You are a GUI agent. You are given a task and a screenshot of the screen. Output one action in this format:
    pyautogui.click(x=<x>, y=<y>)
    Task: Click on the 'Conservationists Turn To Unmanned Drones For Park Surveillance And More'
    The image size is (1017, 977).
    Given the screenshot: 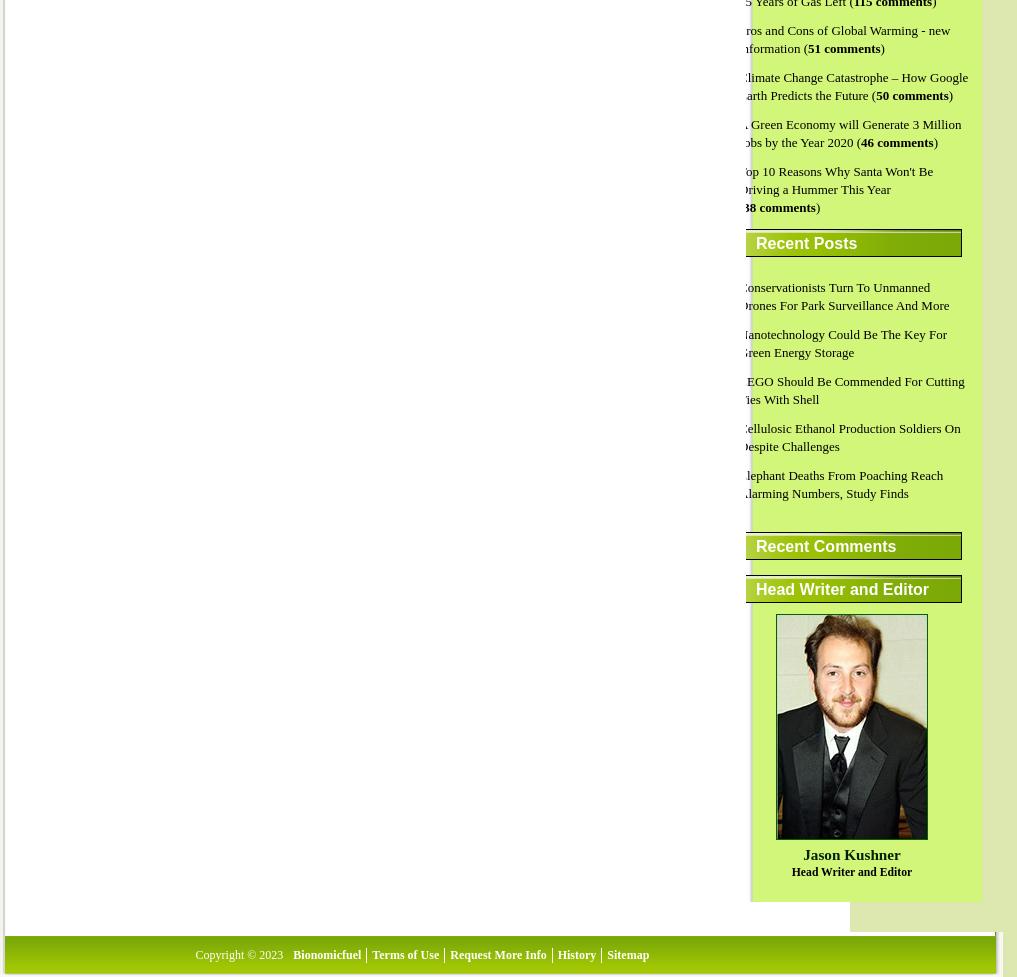 What is the action you would take?
    pyautogui.click(x=843, y=295)
    